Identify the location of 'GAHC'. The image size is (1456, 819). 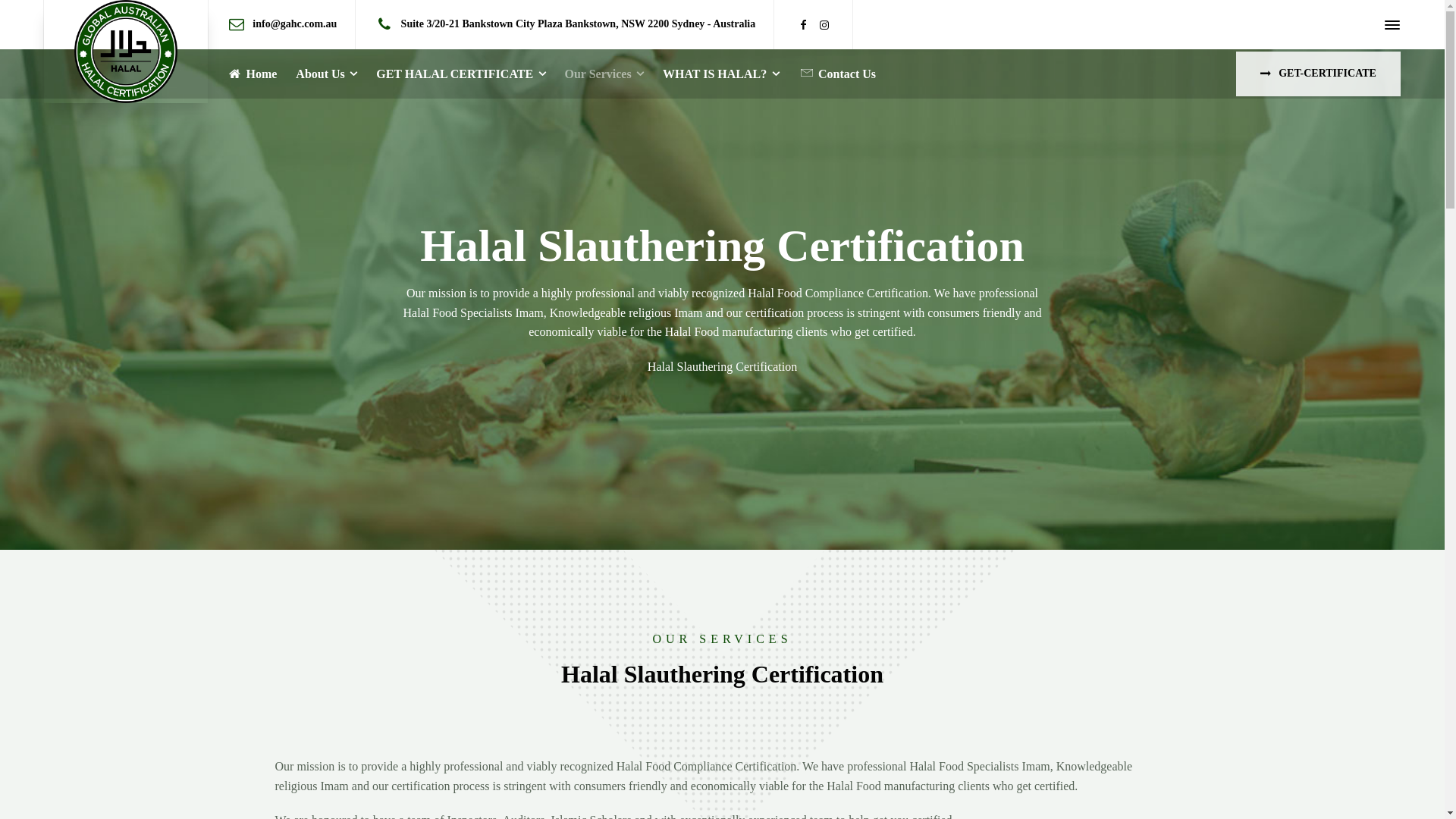
(73, 51).